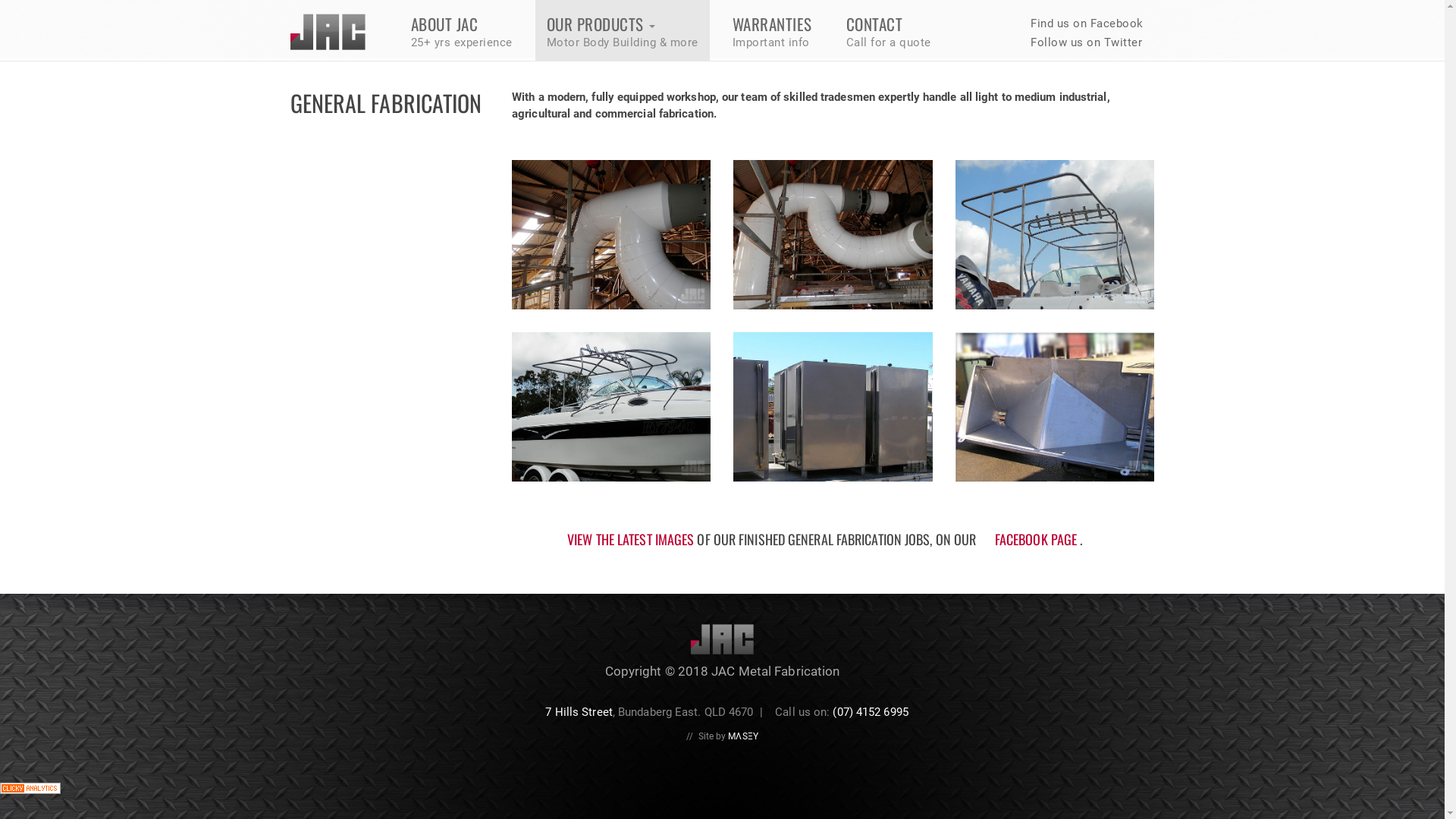  What do you see at coordinates (622, 30) in the screenshot?
I see `'OUR PRODUCTS` at bounding box center [622, 30].